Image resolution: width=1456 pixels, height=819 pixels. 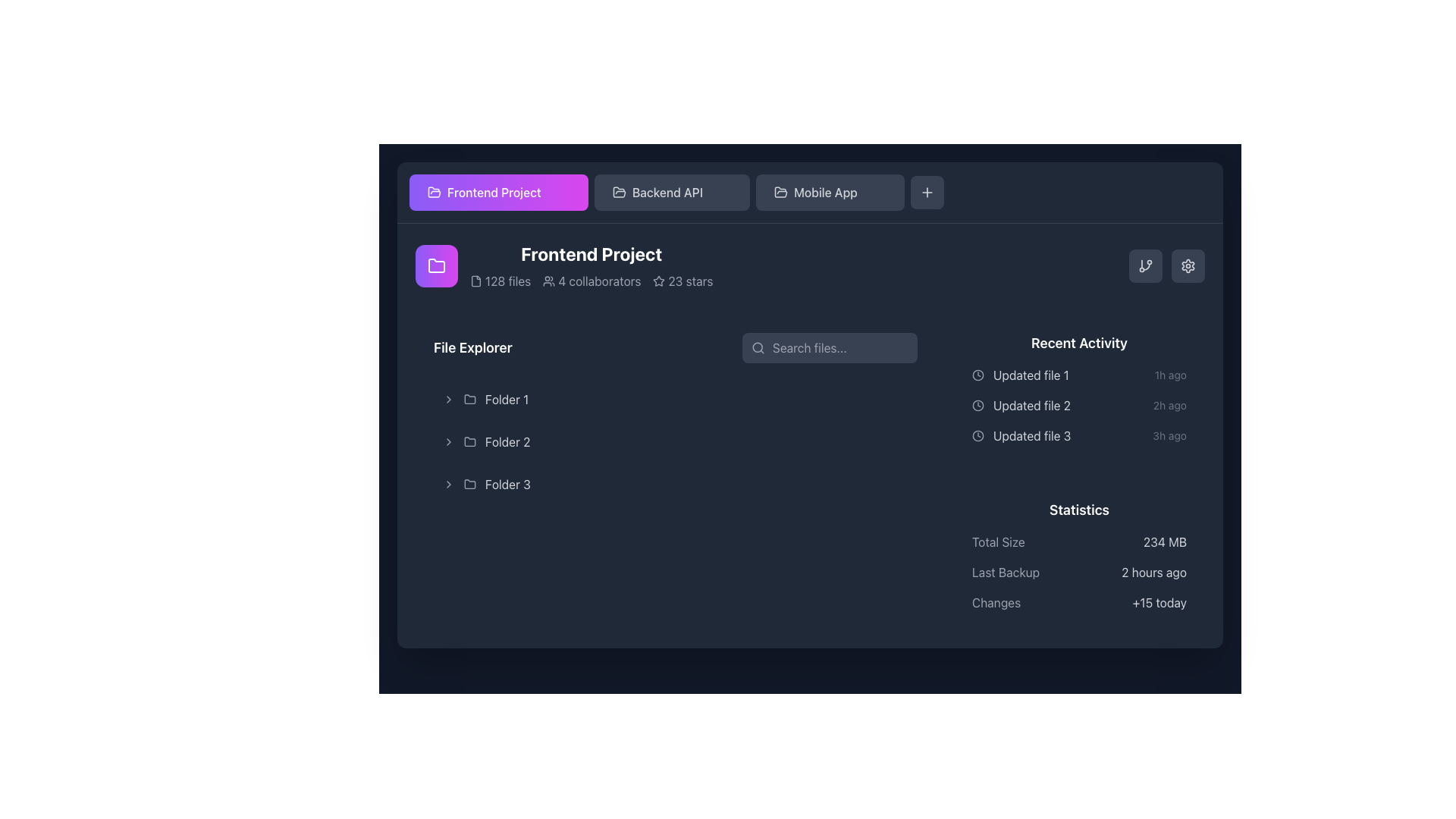 I want to click on the 'Mobile App' text label located in the third tab of the navigation header, so click(x=825, y=192).